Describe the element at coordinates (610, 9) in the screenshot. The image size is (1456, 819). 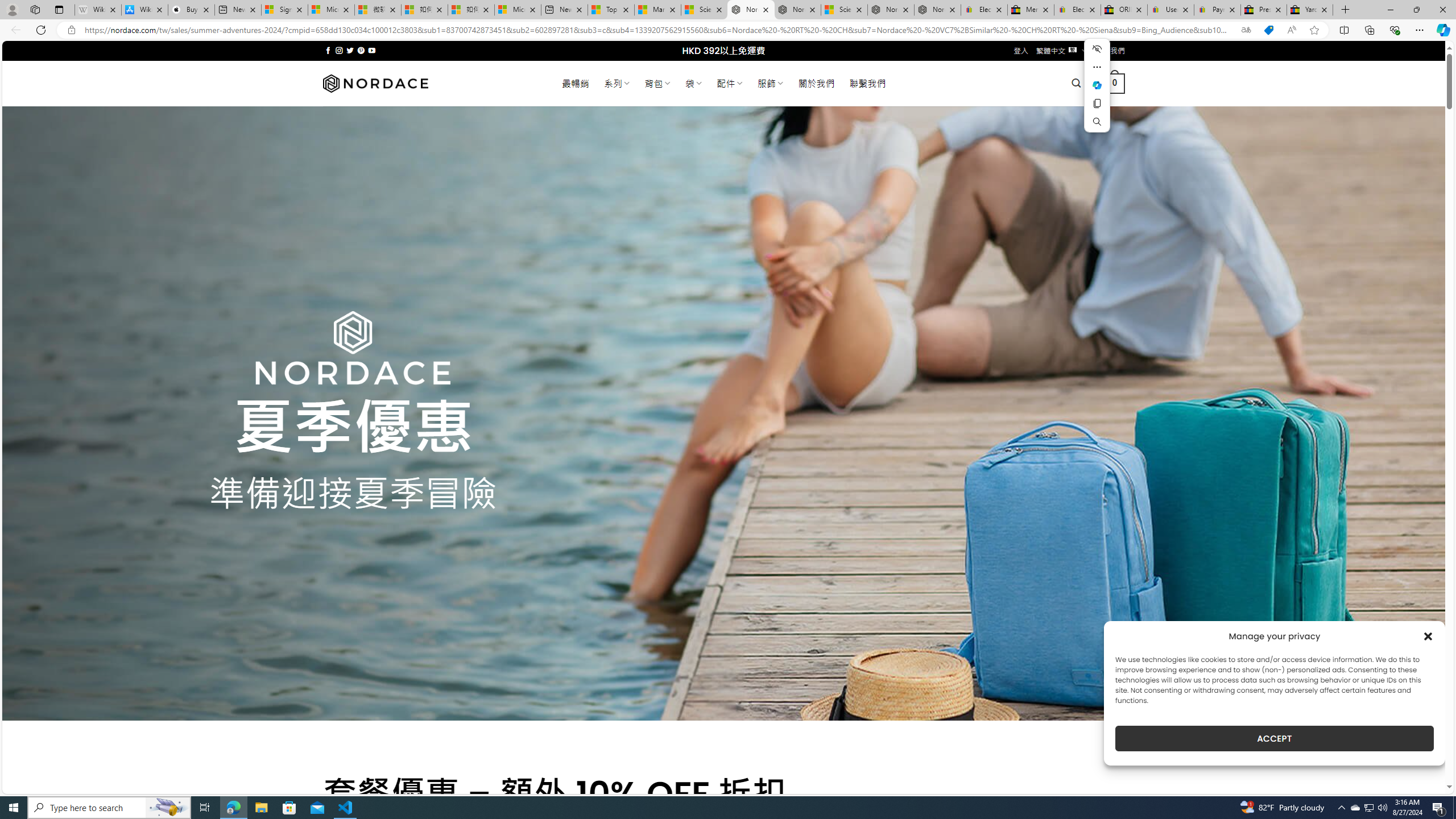
I see `'Top Stories - MSN'` at that location.